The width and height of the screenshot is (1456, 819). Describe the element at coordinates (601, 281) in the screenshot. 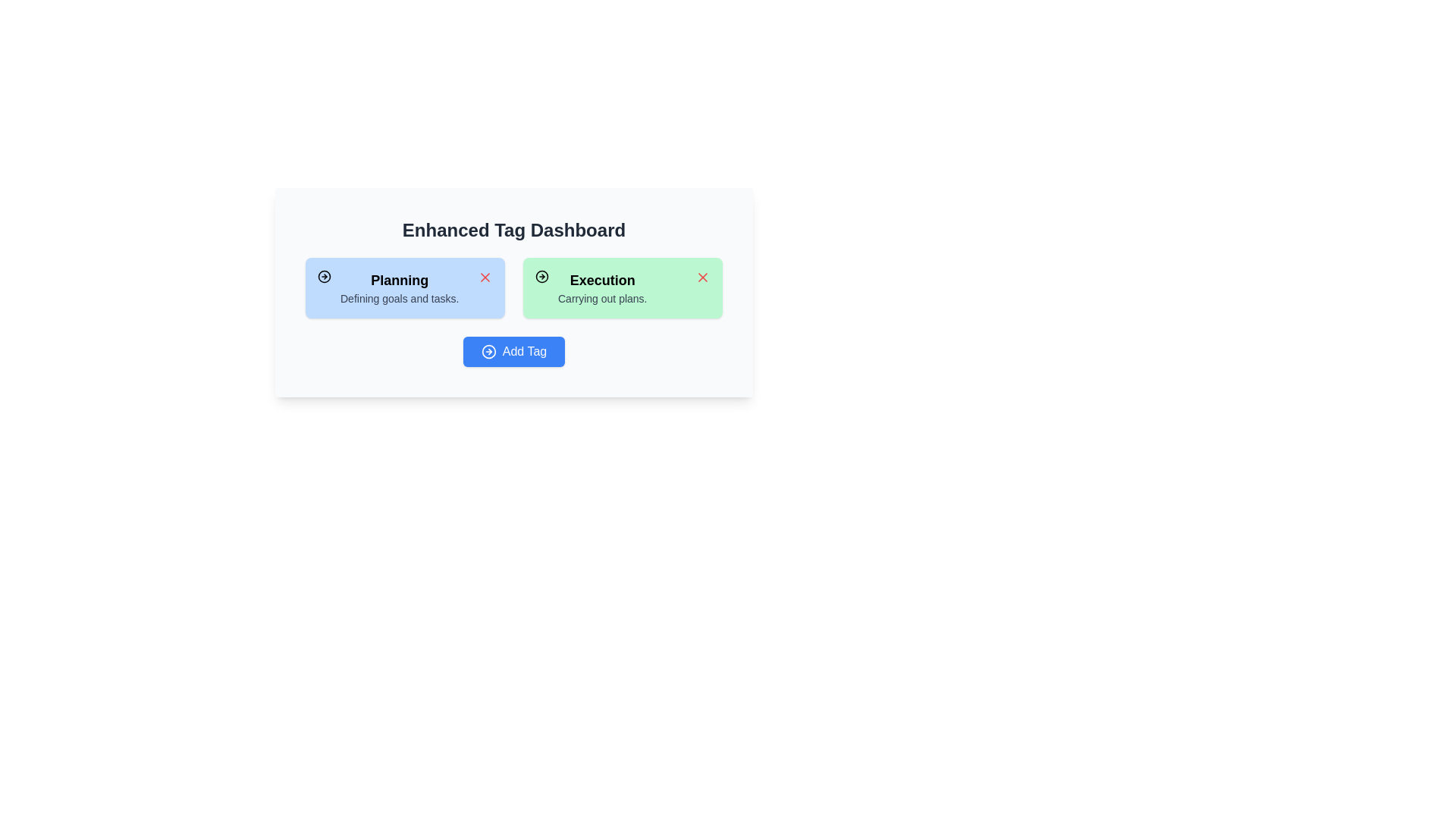

I see `the text label indicating the category 'Execution', which is centrally aligned in the second green box under 'Enhanced Tag Dashboard'` at that location.